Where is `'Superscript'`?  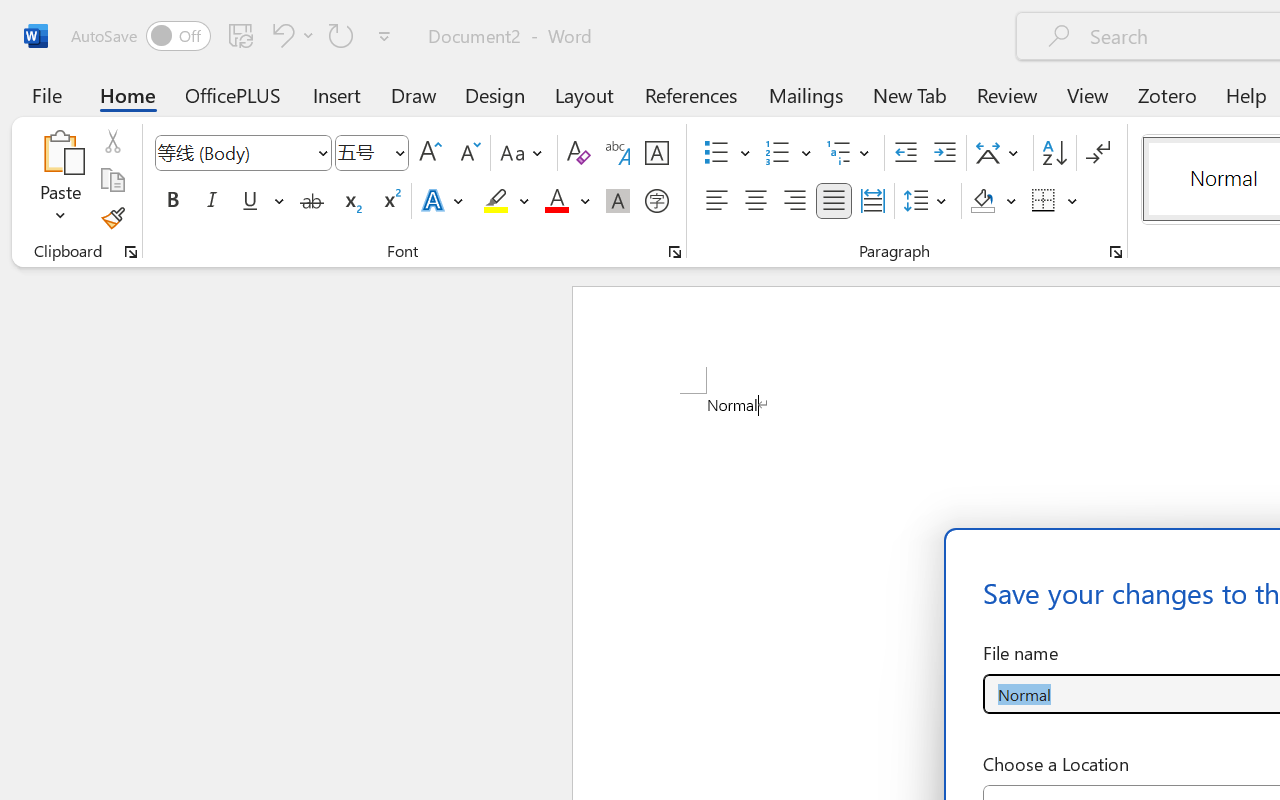 'Superscript' is located at coordinates (390, 201).